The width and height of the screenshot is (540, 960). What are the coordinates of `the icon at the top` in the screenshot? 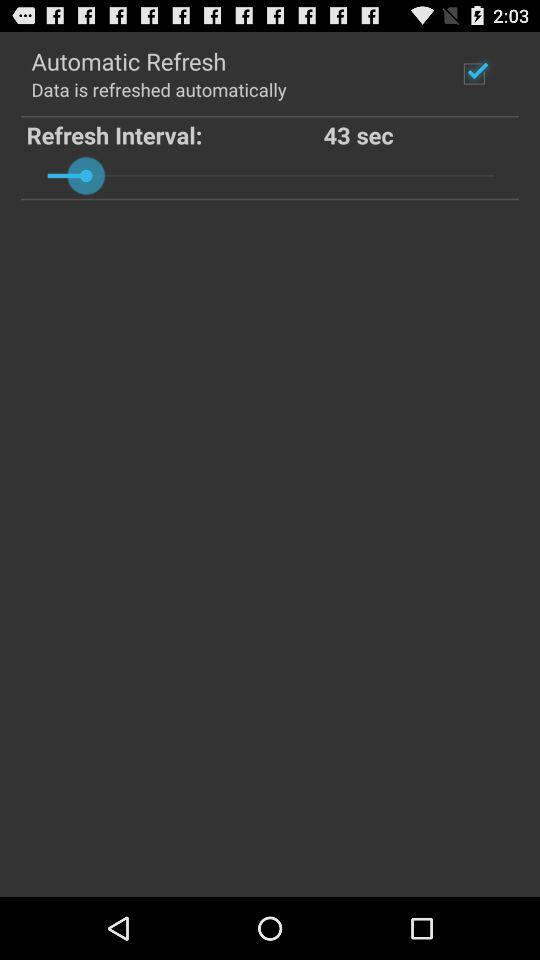 It's located at (270, 174).